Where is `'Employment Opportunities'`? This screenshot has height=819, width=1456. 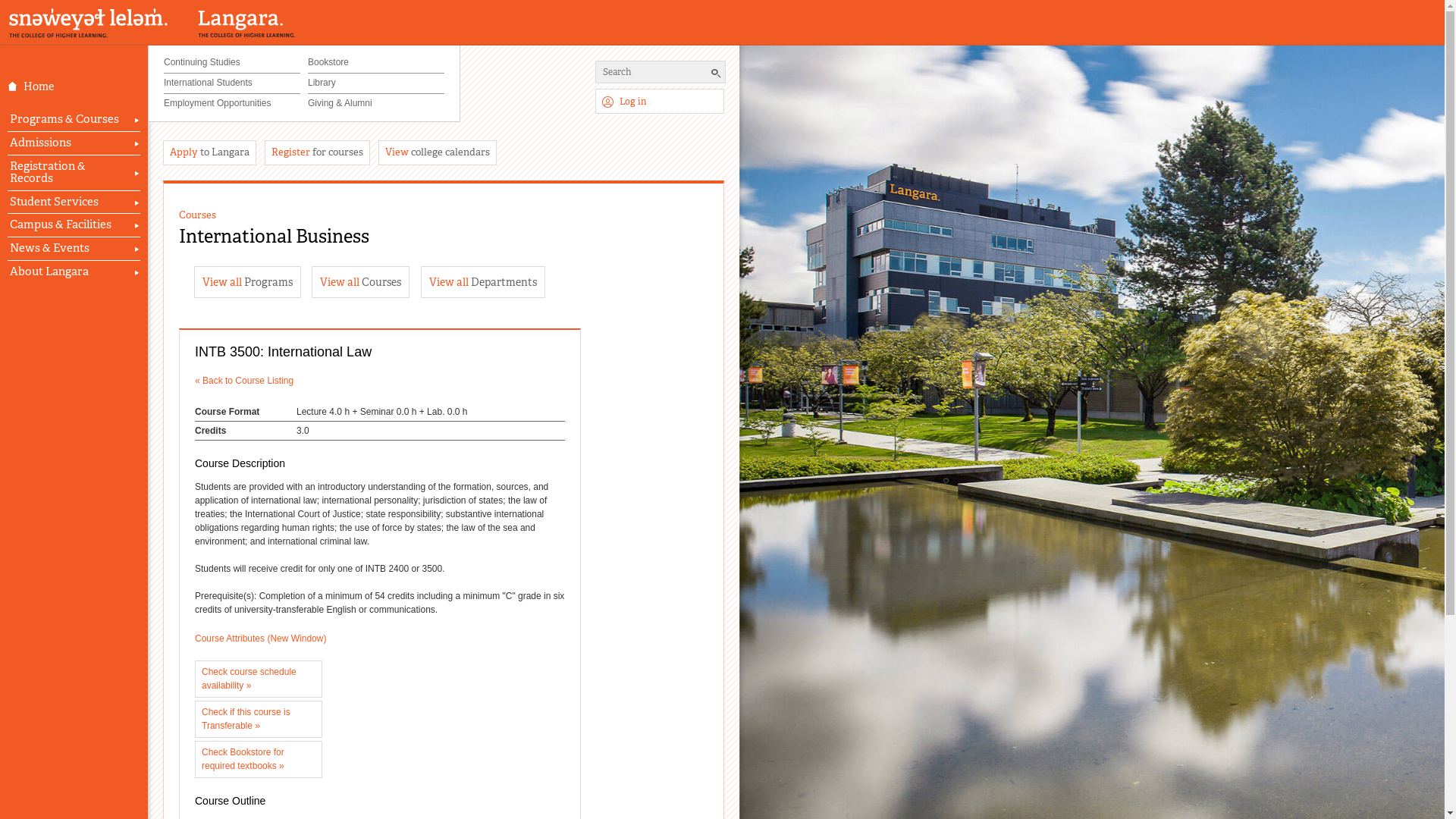
'Employment Opportunities' is located at coordinates (164, 103).